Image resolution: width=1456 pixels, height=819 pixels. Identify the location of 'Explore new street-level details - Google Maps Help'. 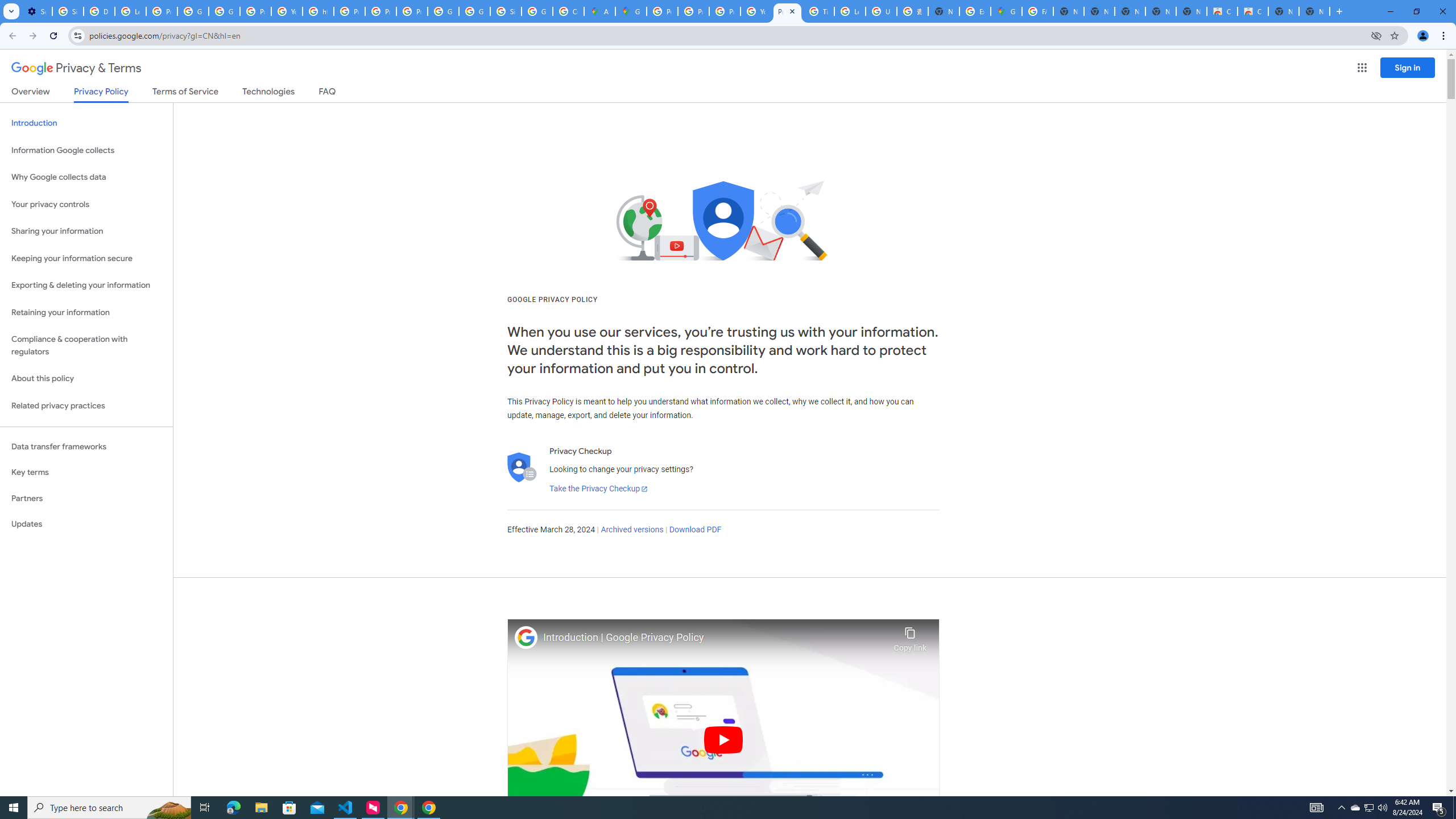
(974, 11).